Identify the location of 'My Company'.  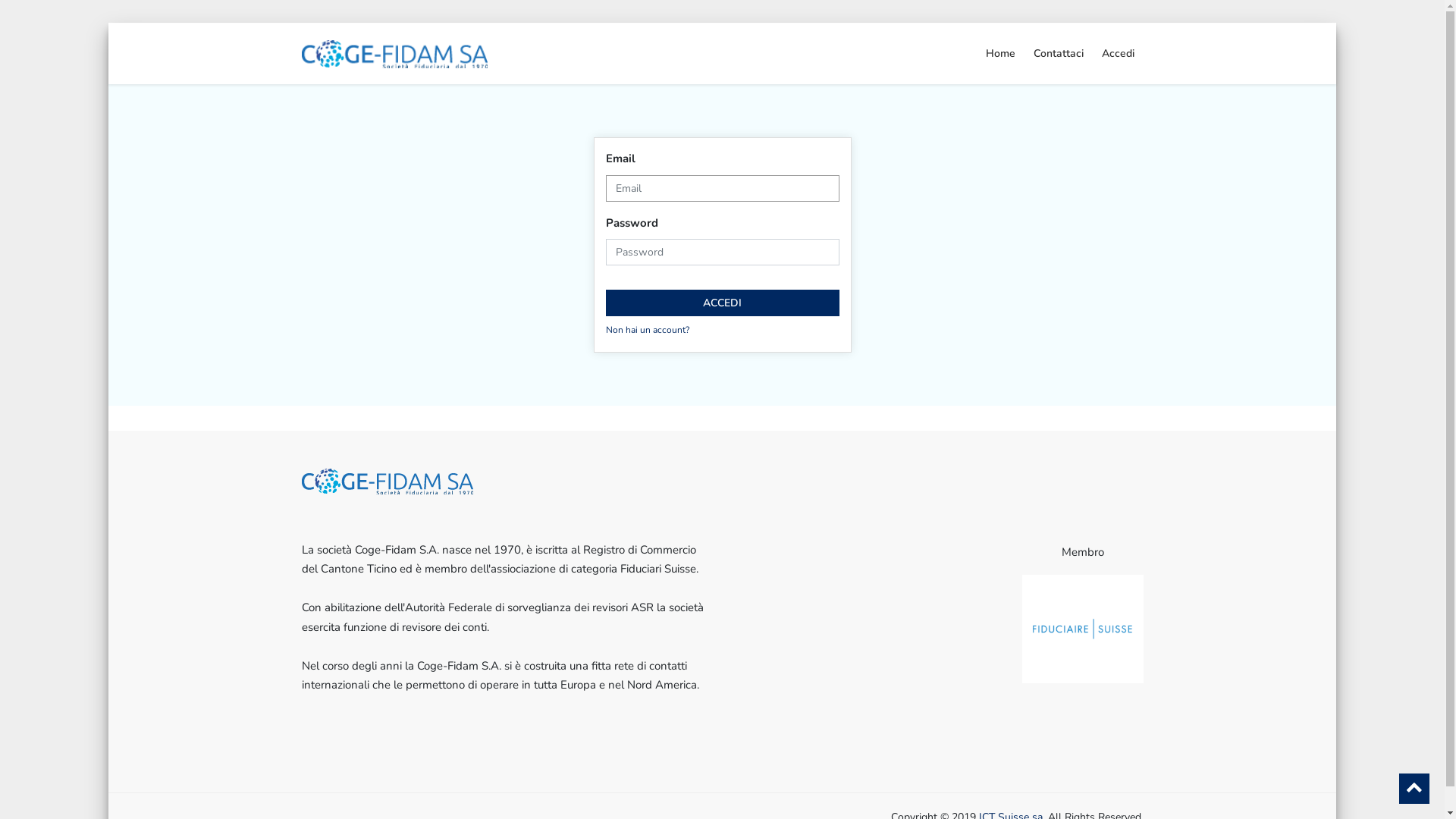
(395, 52).